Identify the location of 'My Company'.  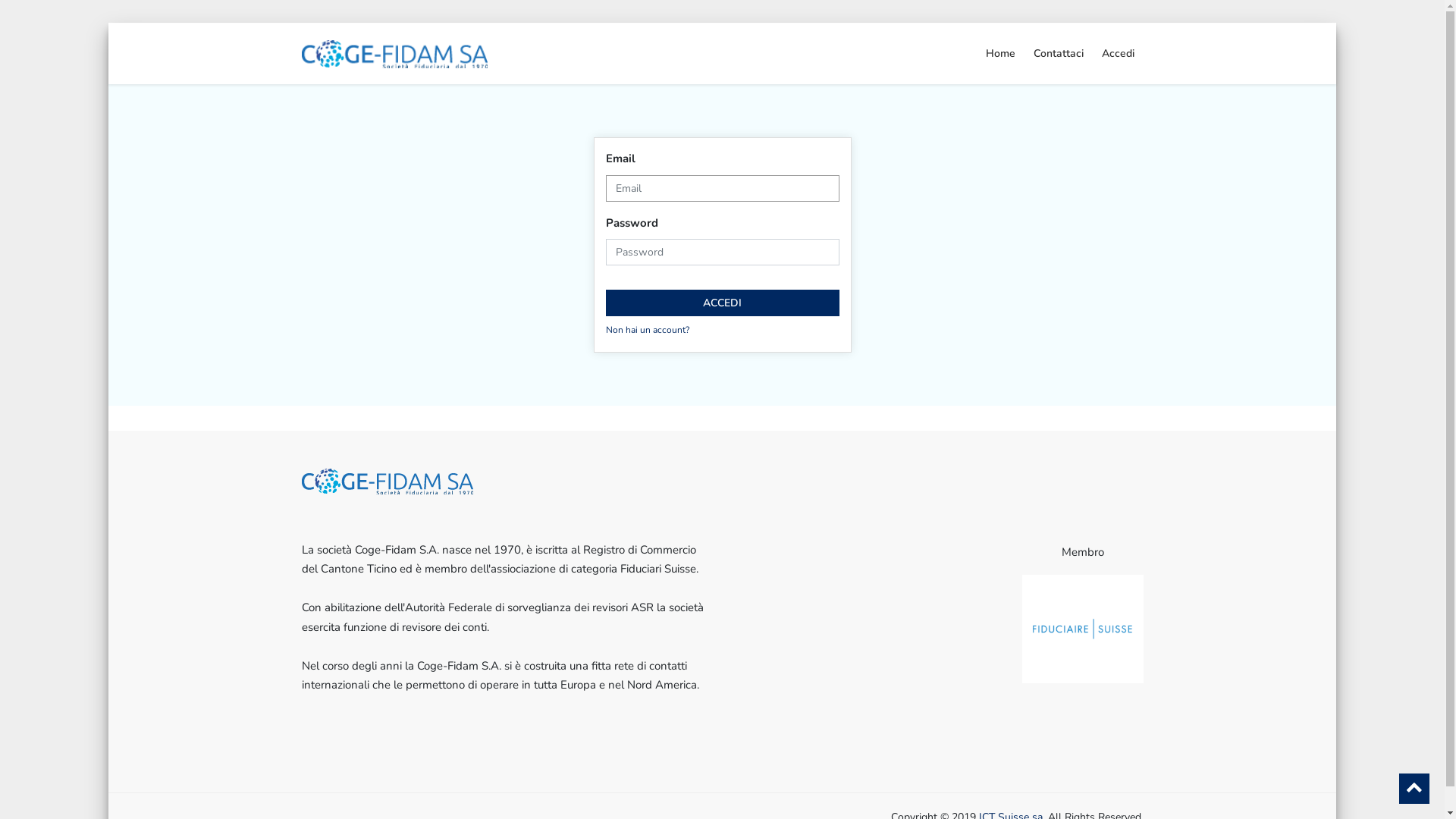
(395, 52).